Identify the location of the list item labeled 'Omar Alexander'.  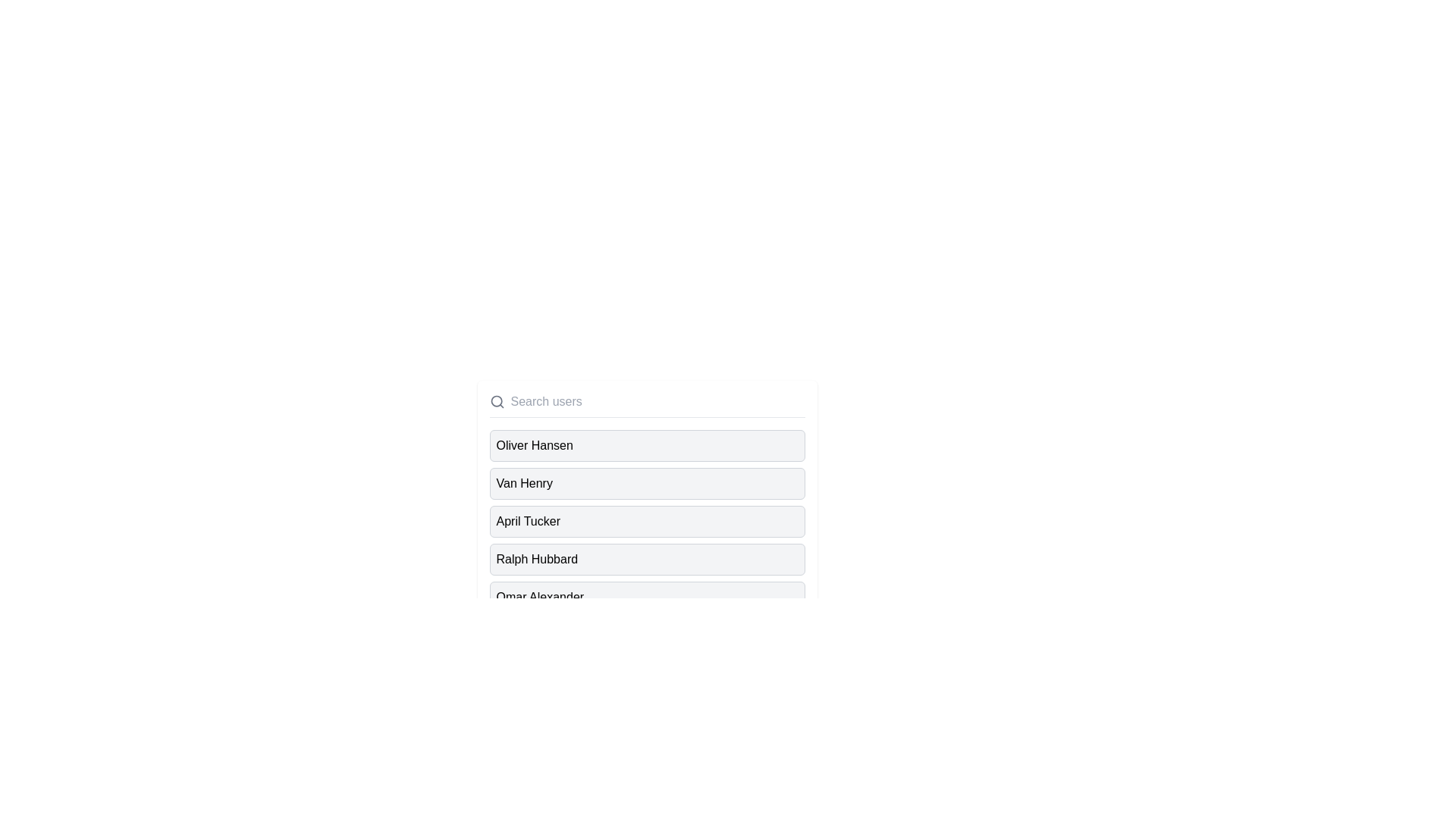
(647, 596).